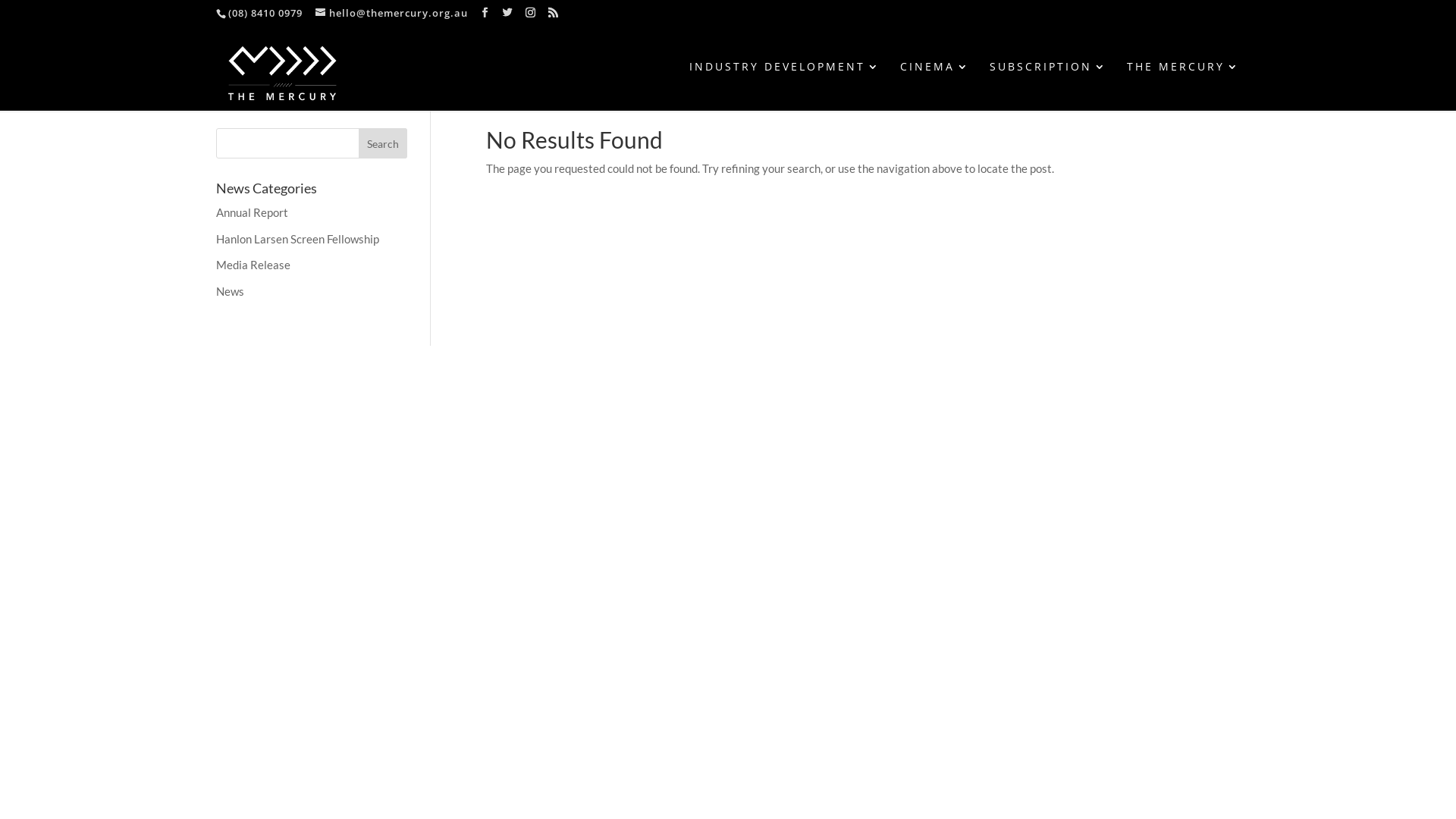 The width and height of the screenshot is (1456, 819). I want to click on 'Search', so click(382, 143).